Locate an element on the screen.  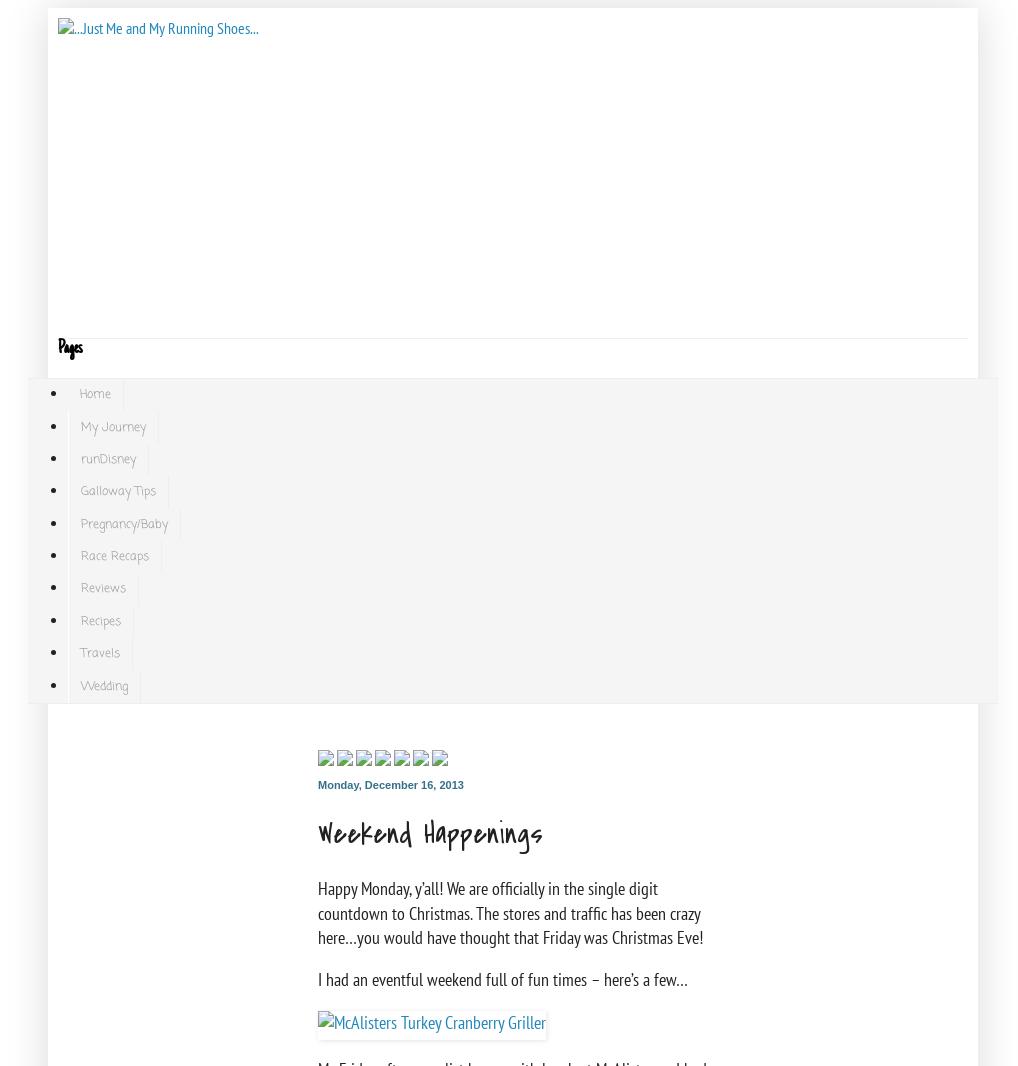
'Race Recaps' is located at coordinates (114, 555).